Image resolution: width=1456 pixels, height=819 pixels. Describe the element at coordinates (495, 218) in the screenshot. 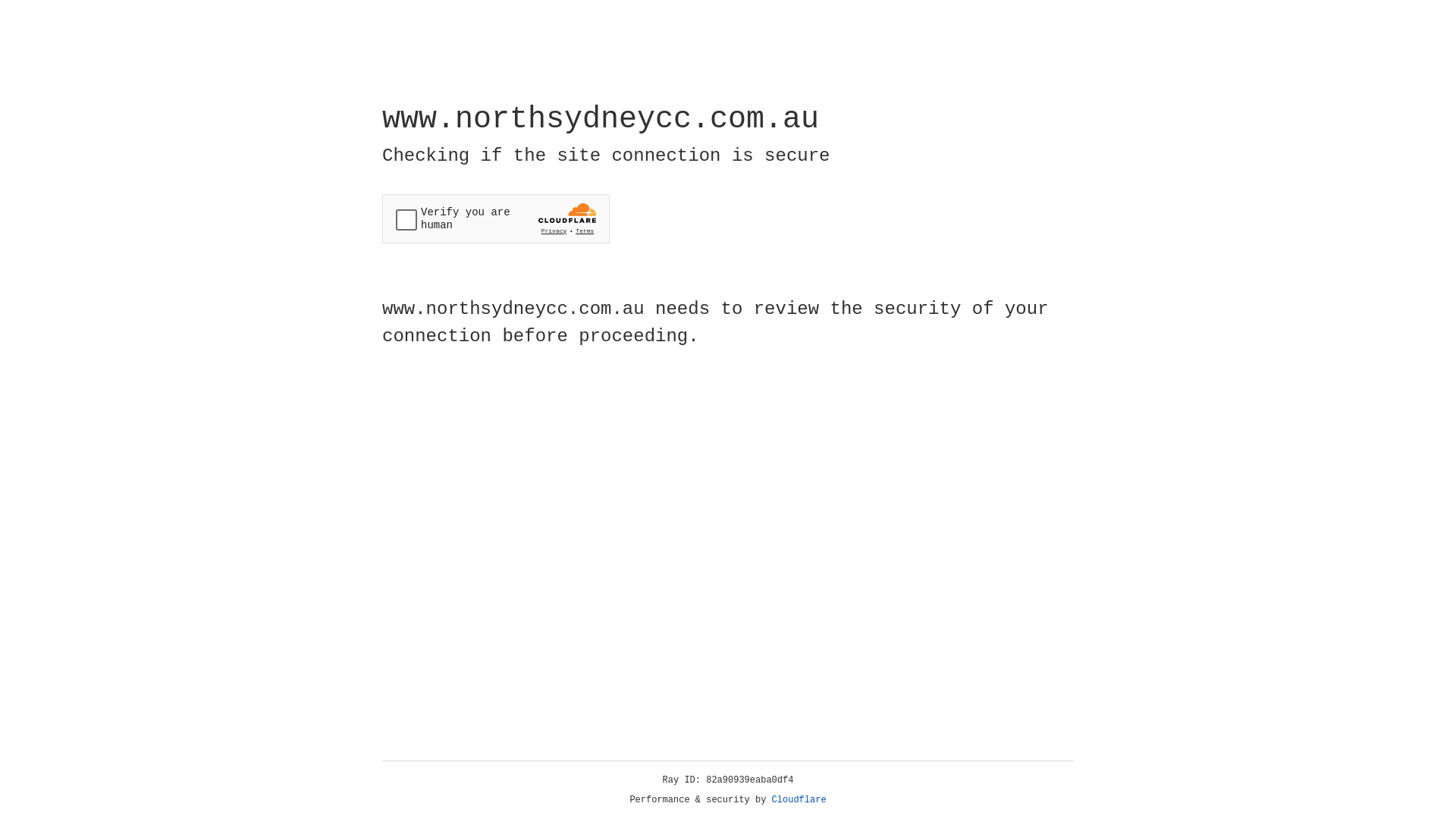

I see `'Widget containing a Cloudflare security challenge'` at that location.